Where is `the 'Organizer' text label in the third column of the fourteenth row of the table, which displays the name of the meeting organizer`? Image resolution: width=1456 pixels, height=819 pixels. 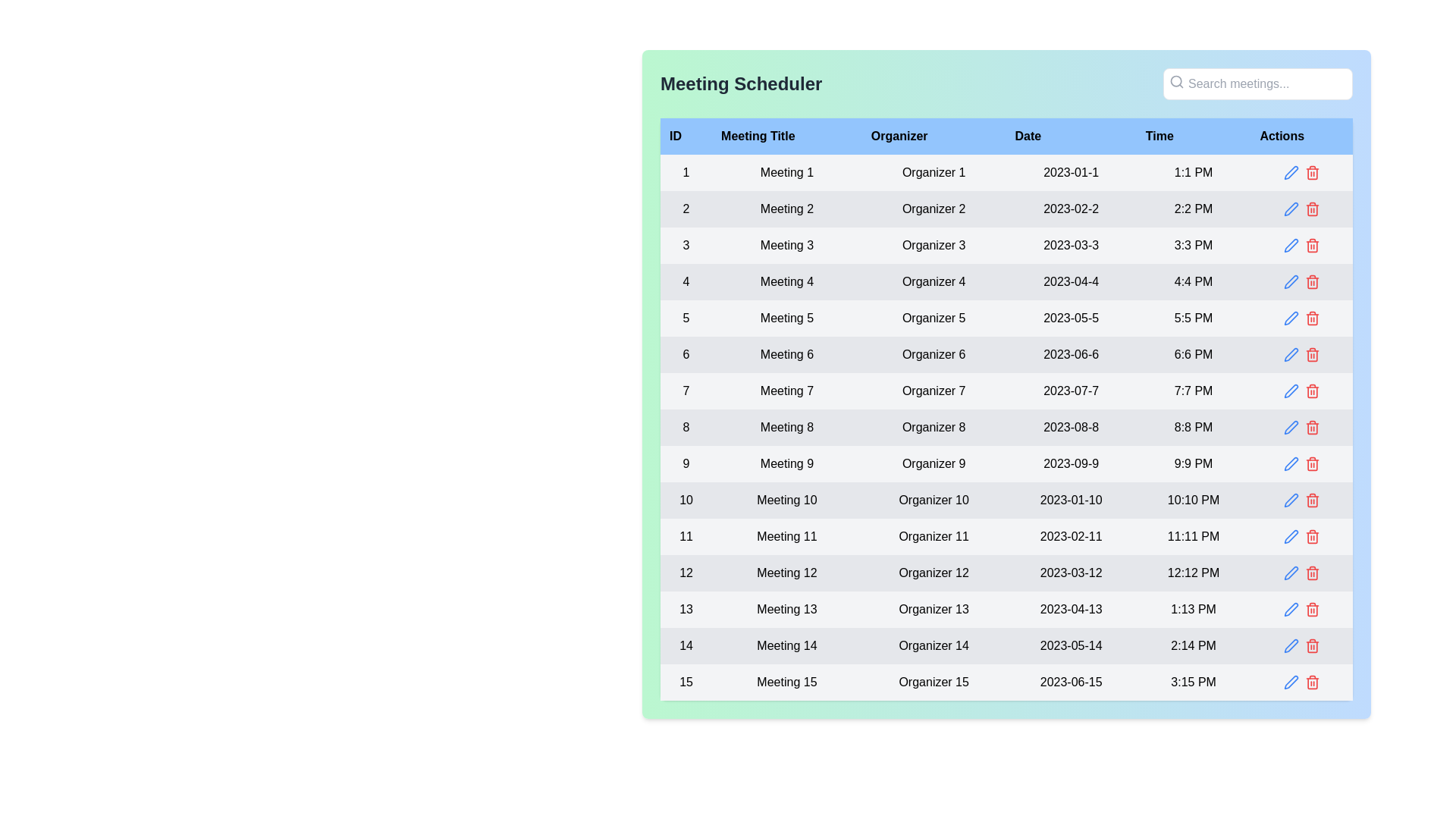 the 'Organizer' text label in the third column of the fourteenth row of the table, which displays the name of the meeting organizer is located at coordinates (933, 646).